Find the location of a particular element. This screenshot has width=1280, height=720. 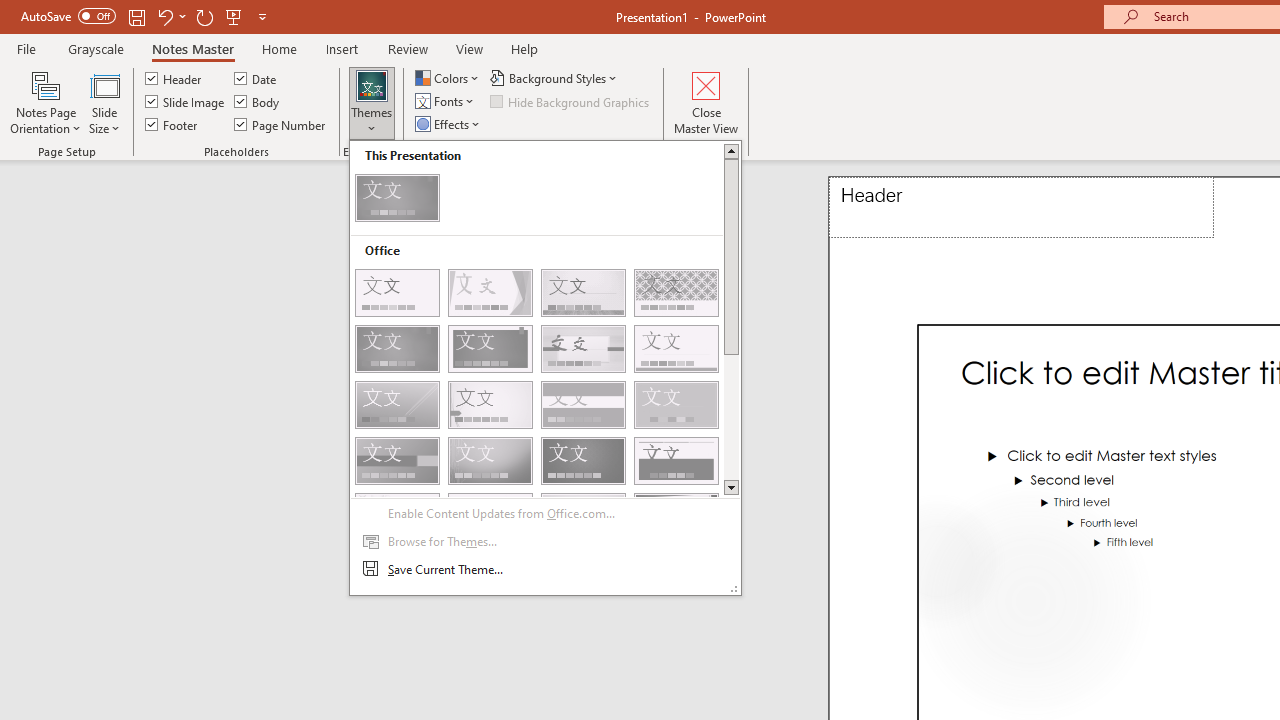

'Header' is located at coordinates (1021, 207).